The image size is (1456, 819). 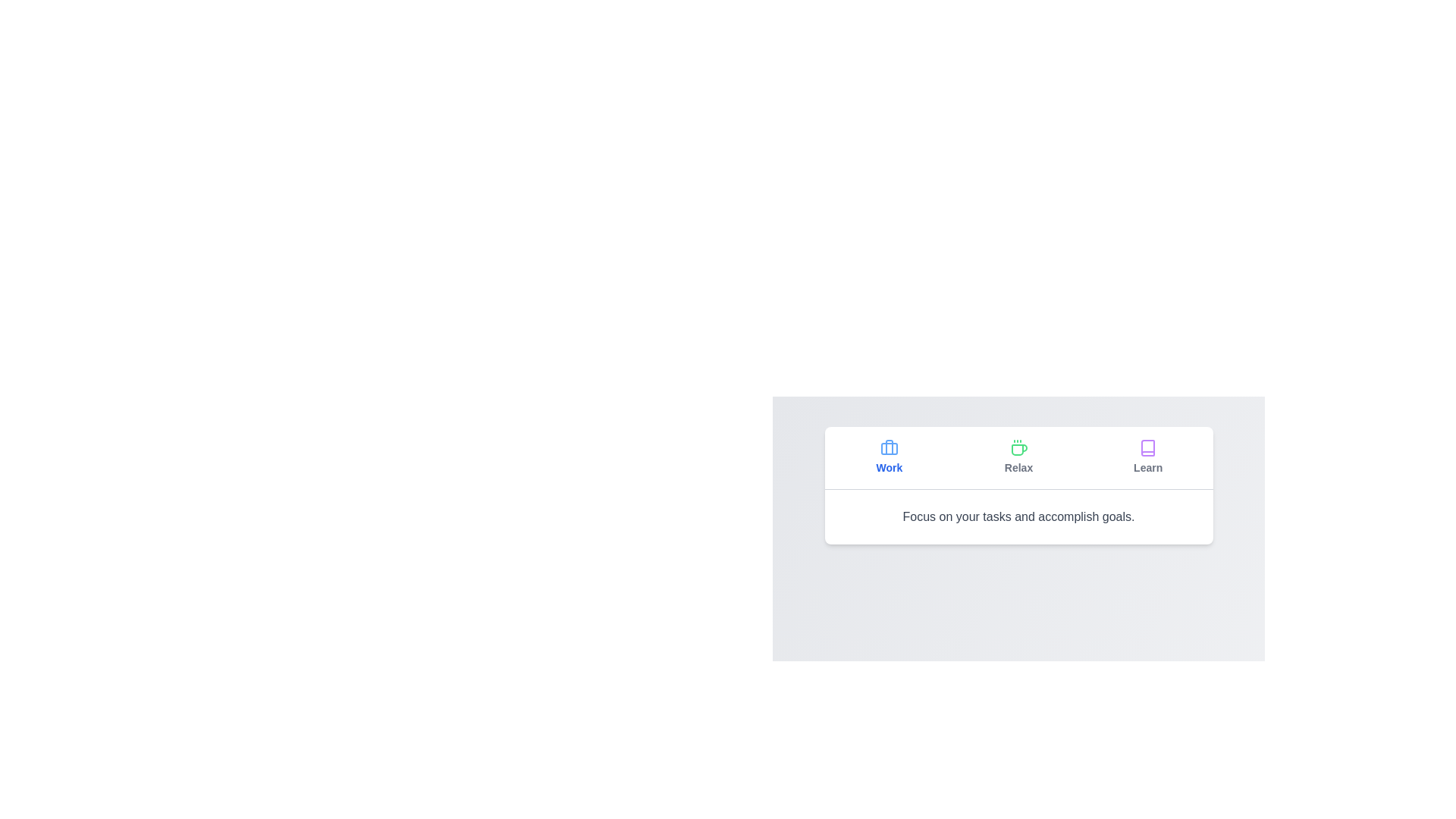 I want to click on the tab labeled Relax to observe its hover effect, so click(x=1018, y=457).